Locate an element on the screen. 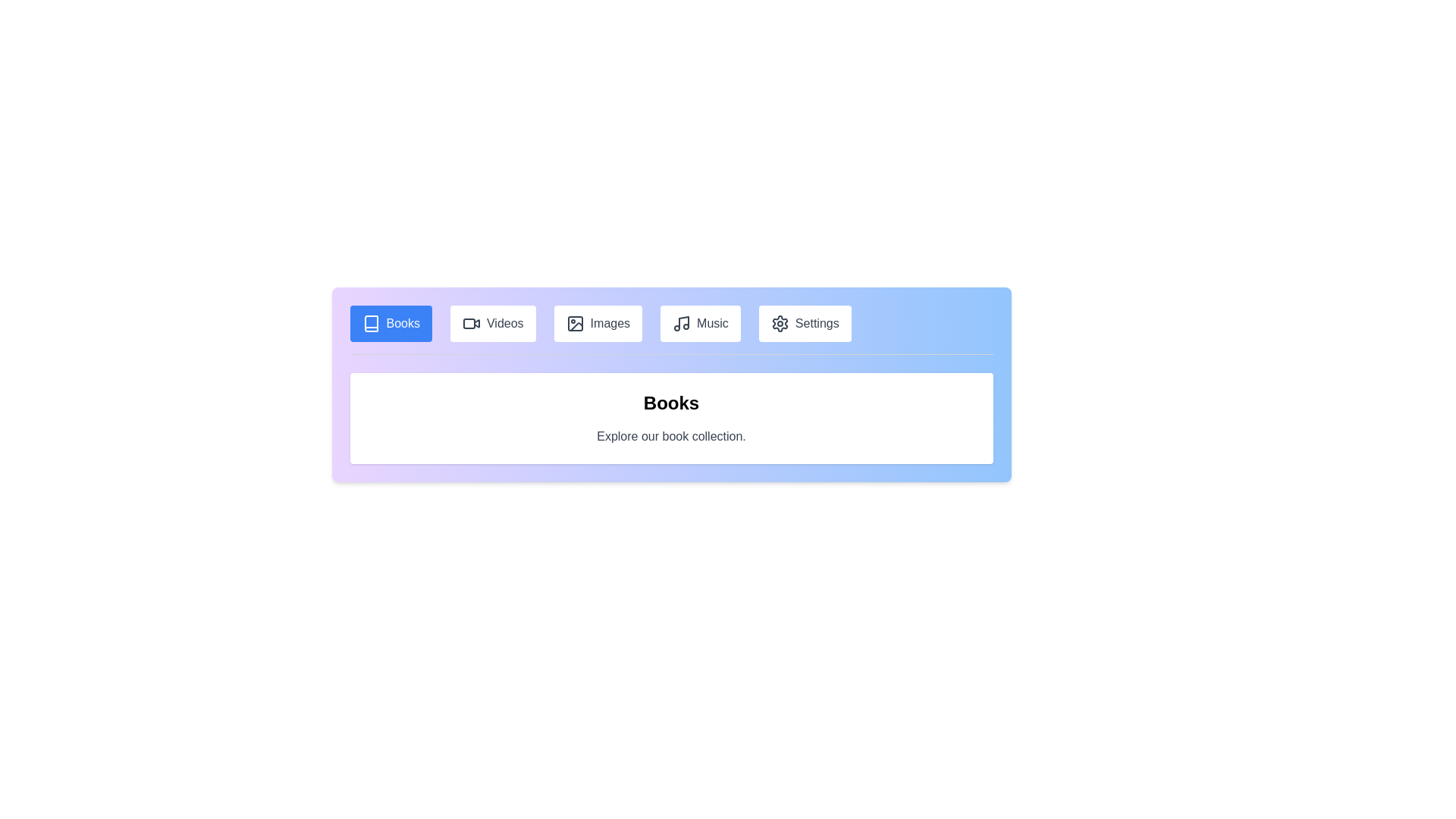 The width and height of the screenshot is (1456, 819). the Settings tab by clicking on its button is located at coordinates (803, 323).